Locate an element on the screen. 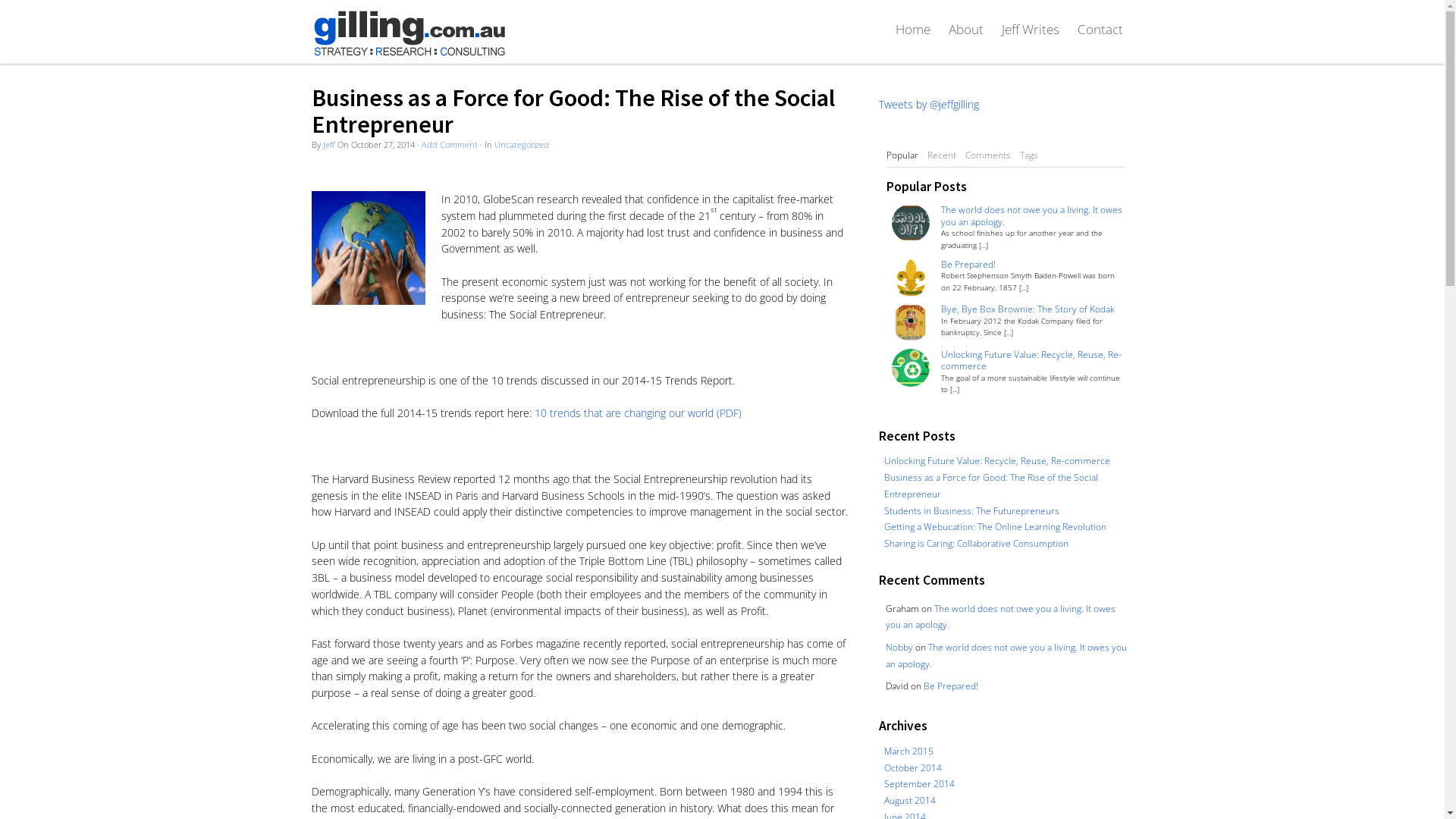 The height and width of the screenshot is (819, 1456). 'Jeff' is located at coordinates (328, 144).